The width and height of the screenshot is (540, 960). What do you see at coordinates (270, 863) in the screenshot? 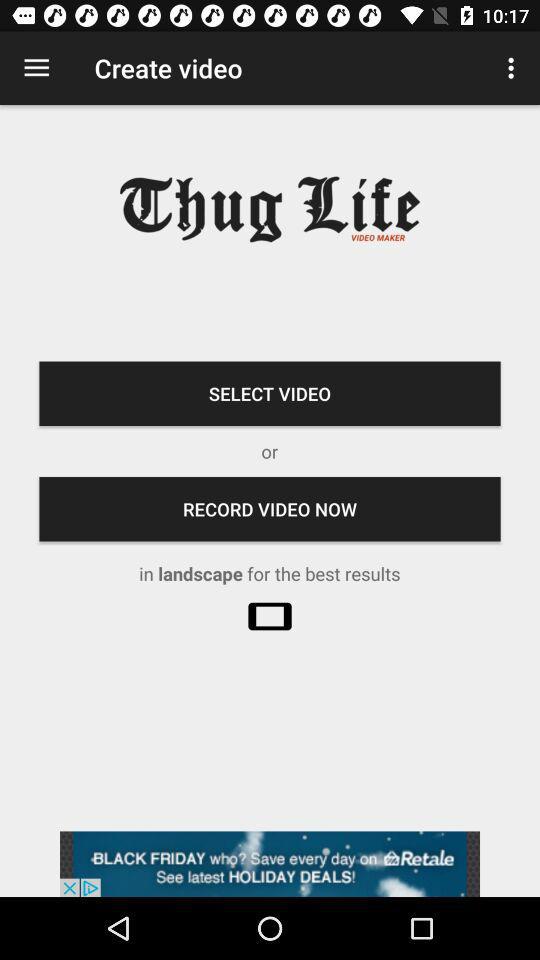
I see `advatisment` at bounding box center [270, 863].